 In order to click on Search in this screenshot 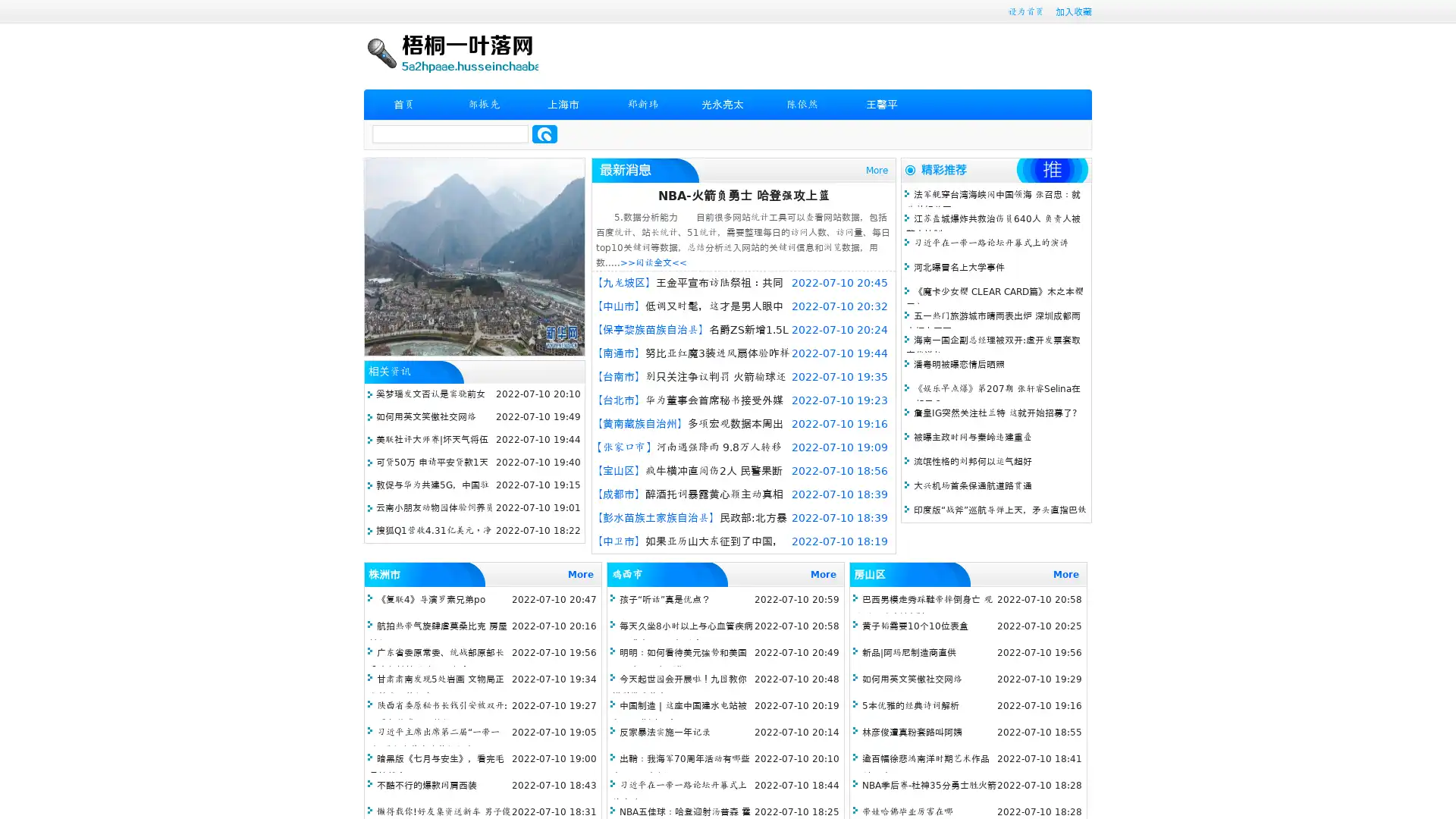, I will do `click(544, 133)`.